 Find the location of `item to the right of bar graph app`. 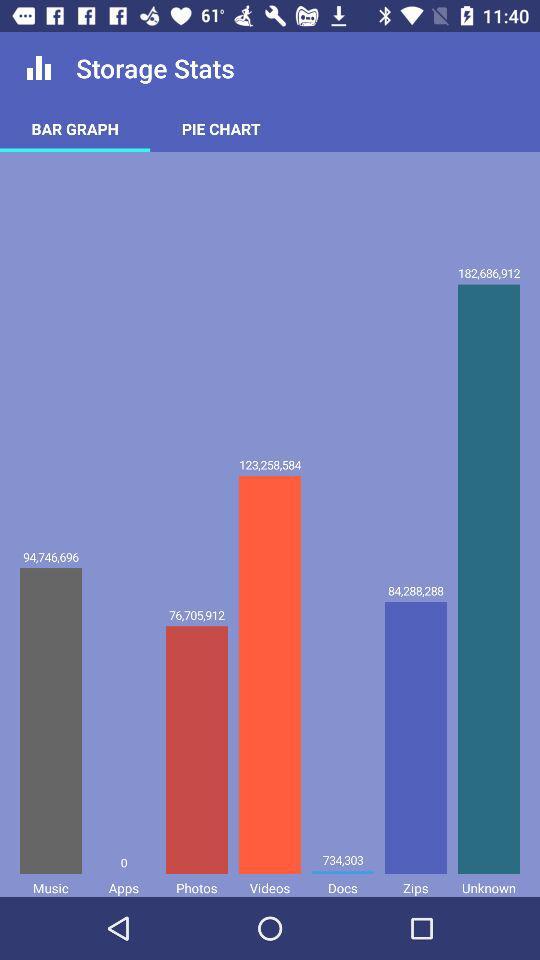

item to the right of bar graph app is located at coordinates (220, 127).